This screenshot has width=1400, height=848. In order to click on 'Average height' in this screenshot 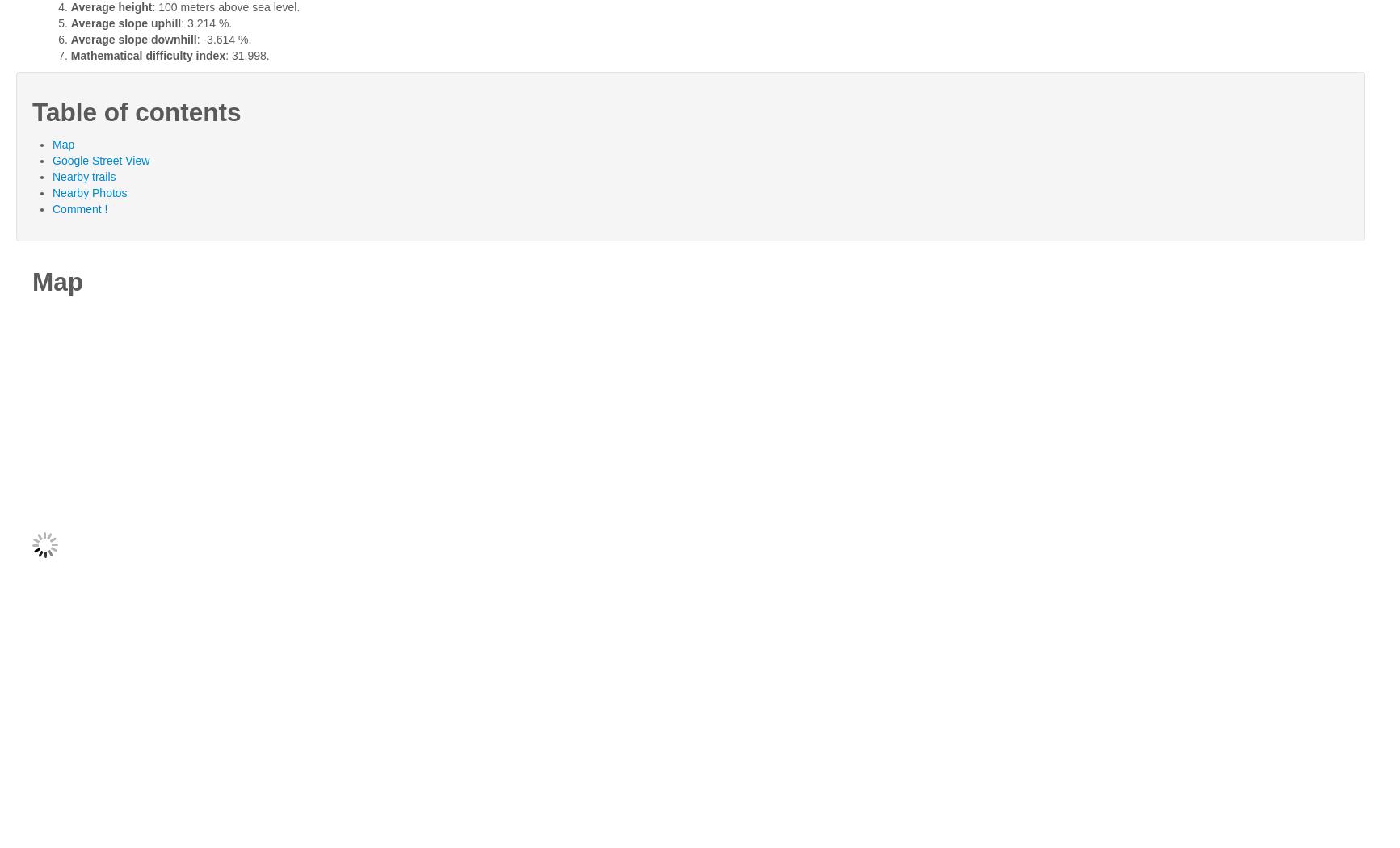, I will do `click(111, 7)`.